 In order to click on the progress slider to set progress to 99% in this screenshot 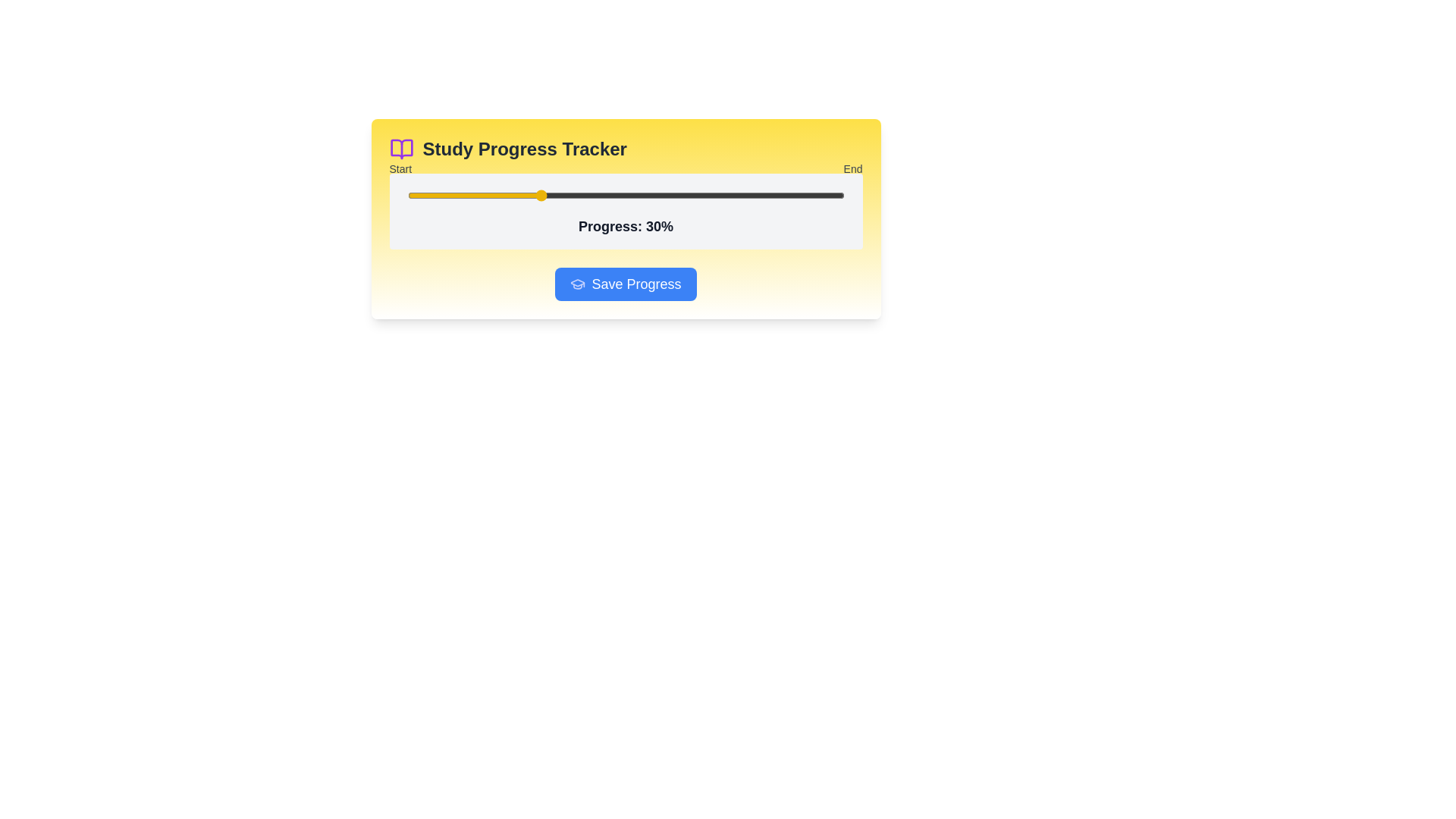, I will do `click(839, 195)`.